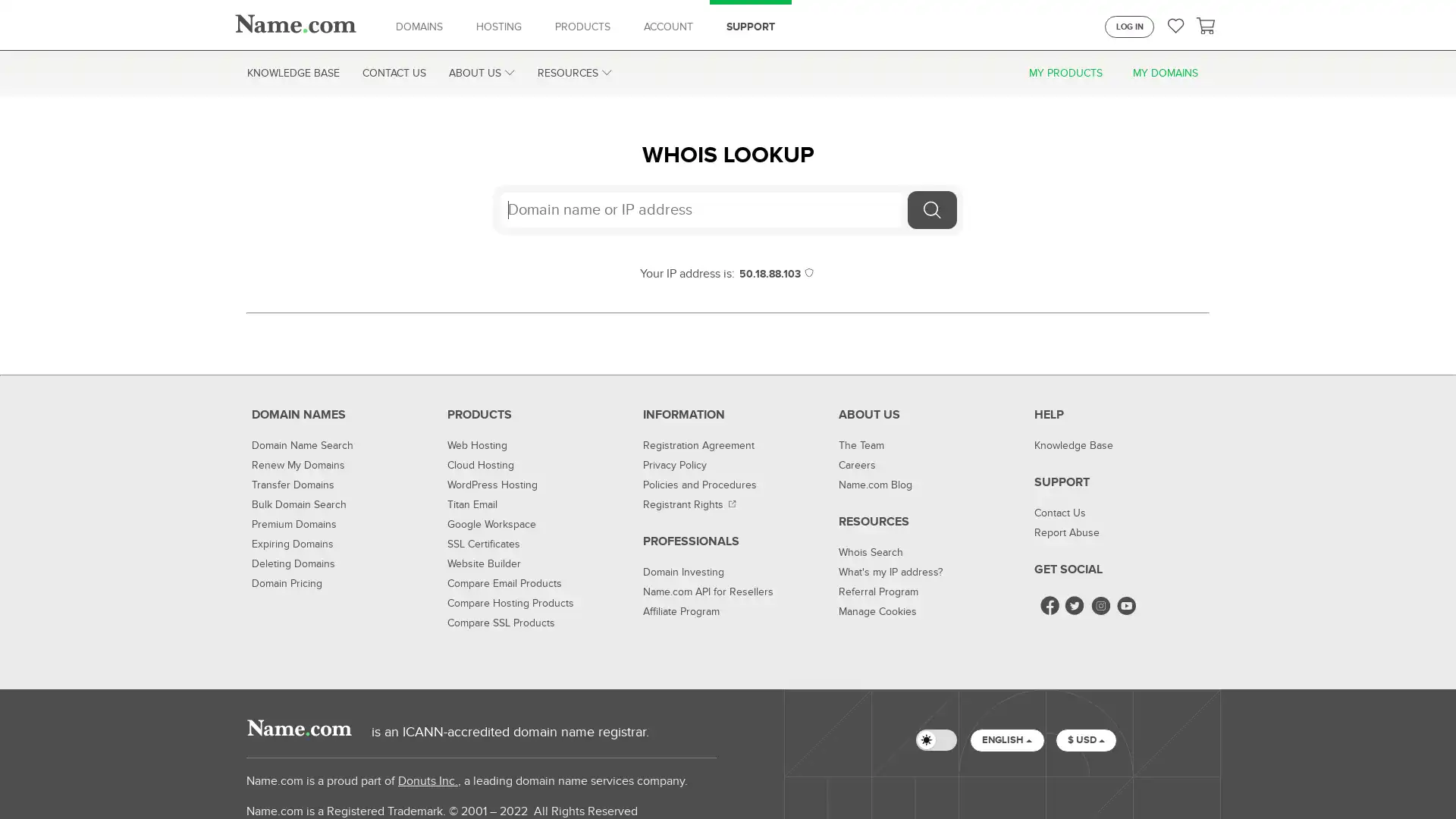 The width and height of the screenshot is (1456, 819). What do you see at coordinates (1169, 778) in the screenshot?
I see `Accept All Cookies` at bounding box center [1169, 778].